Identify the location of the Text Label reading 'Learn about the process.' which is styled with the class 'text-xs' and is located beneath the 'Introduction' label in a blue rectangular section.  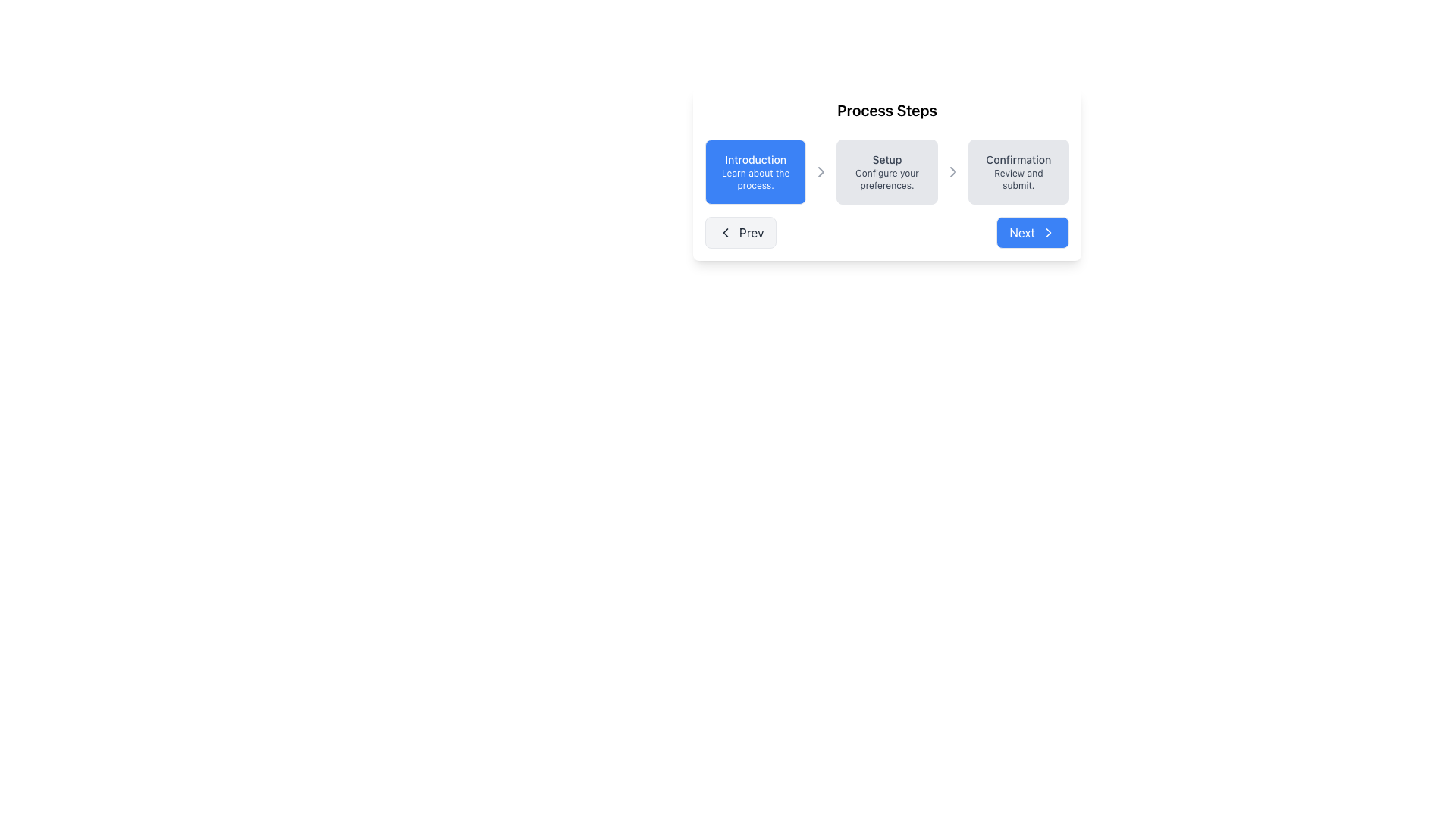
(755, 178).